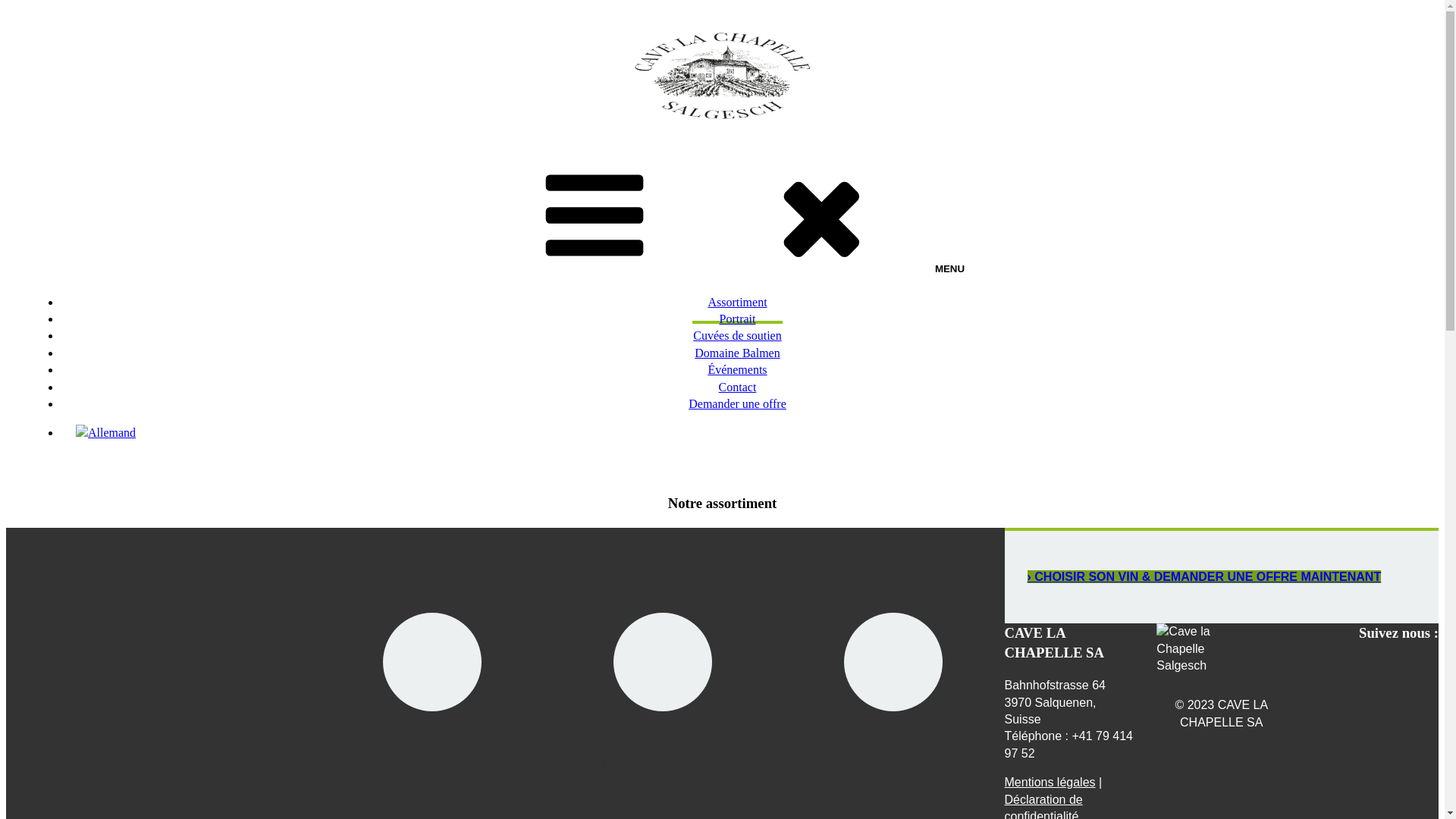 This screenshot has height=819, width=1456. I want to click on 'Portrait', so click(736, 319).